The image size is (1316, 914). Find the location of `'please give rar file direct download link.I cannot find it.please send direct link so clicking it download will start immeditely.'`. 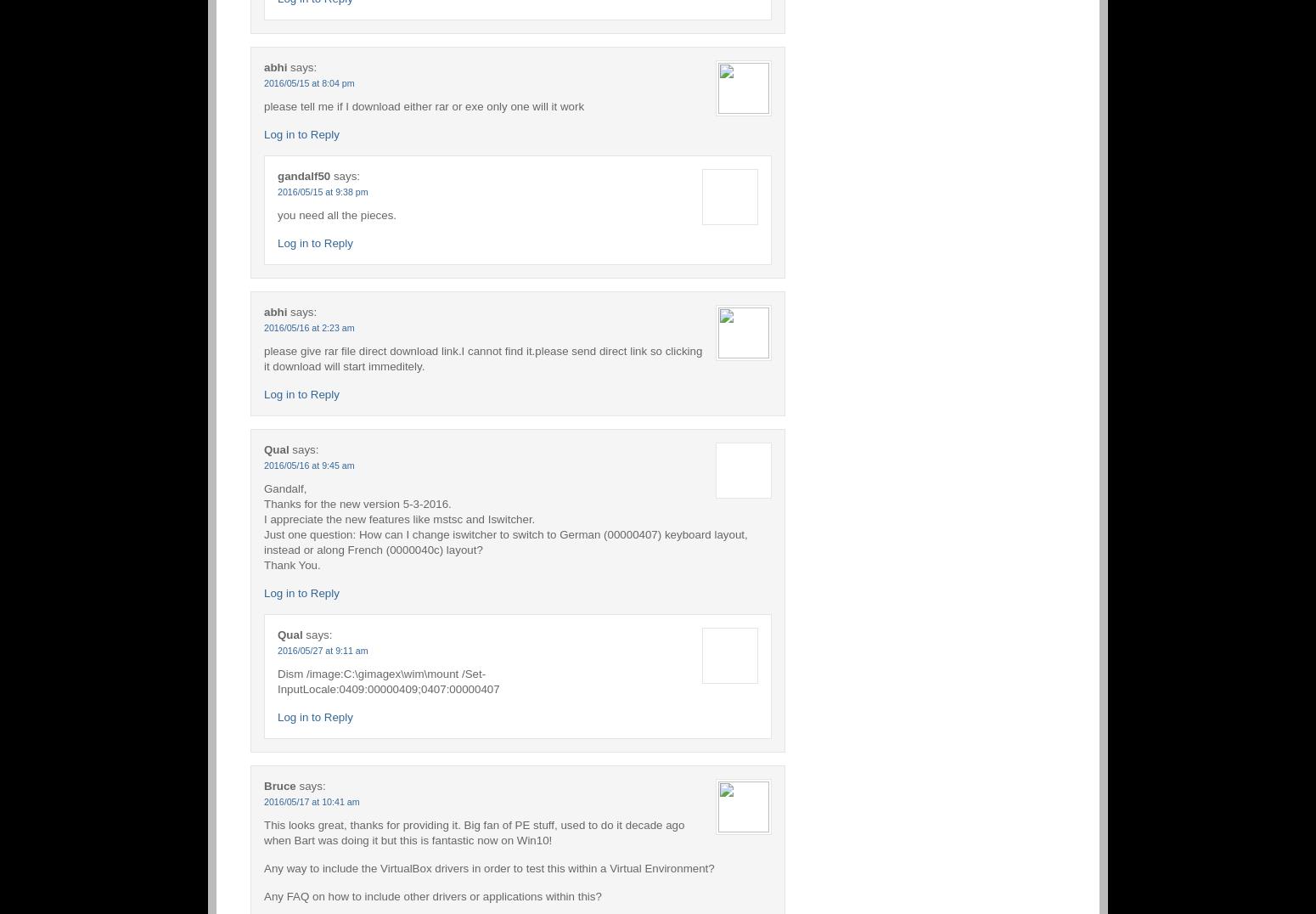

'please give rar file direct download link.I cannot find it.please send direct link so clicking it download will start immeditely.' is located at coordinates (483, 358).